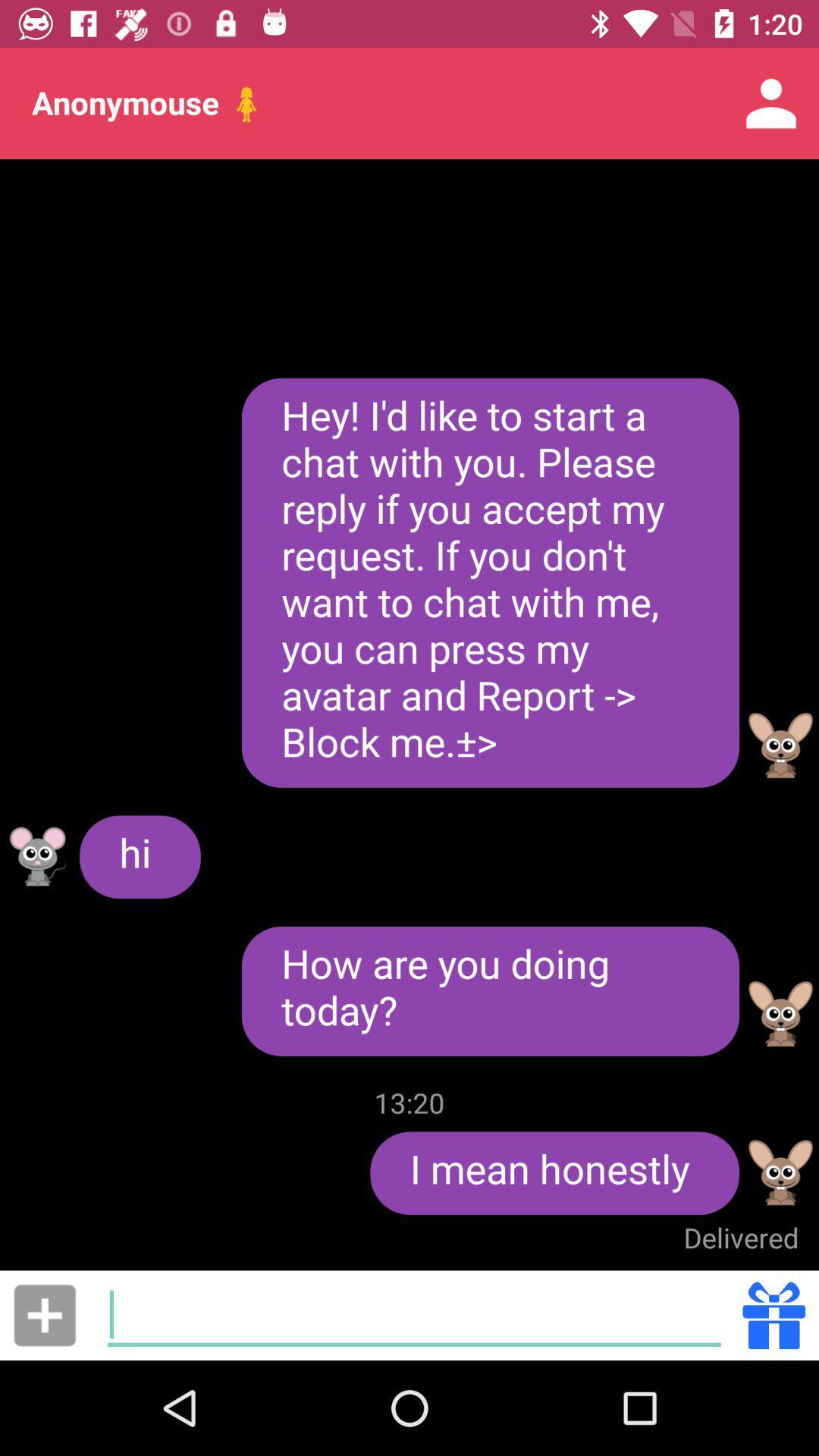  I want to click on the item below 13:20 item, so click(554, 1172).